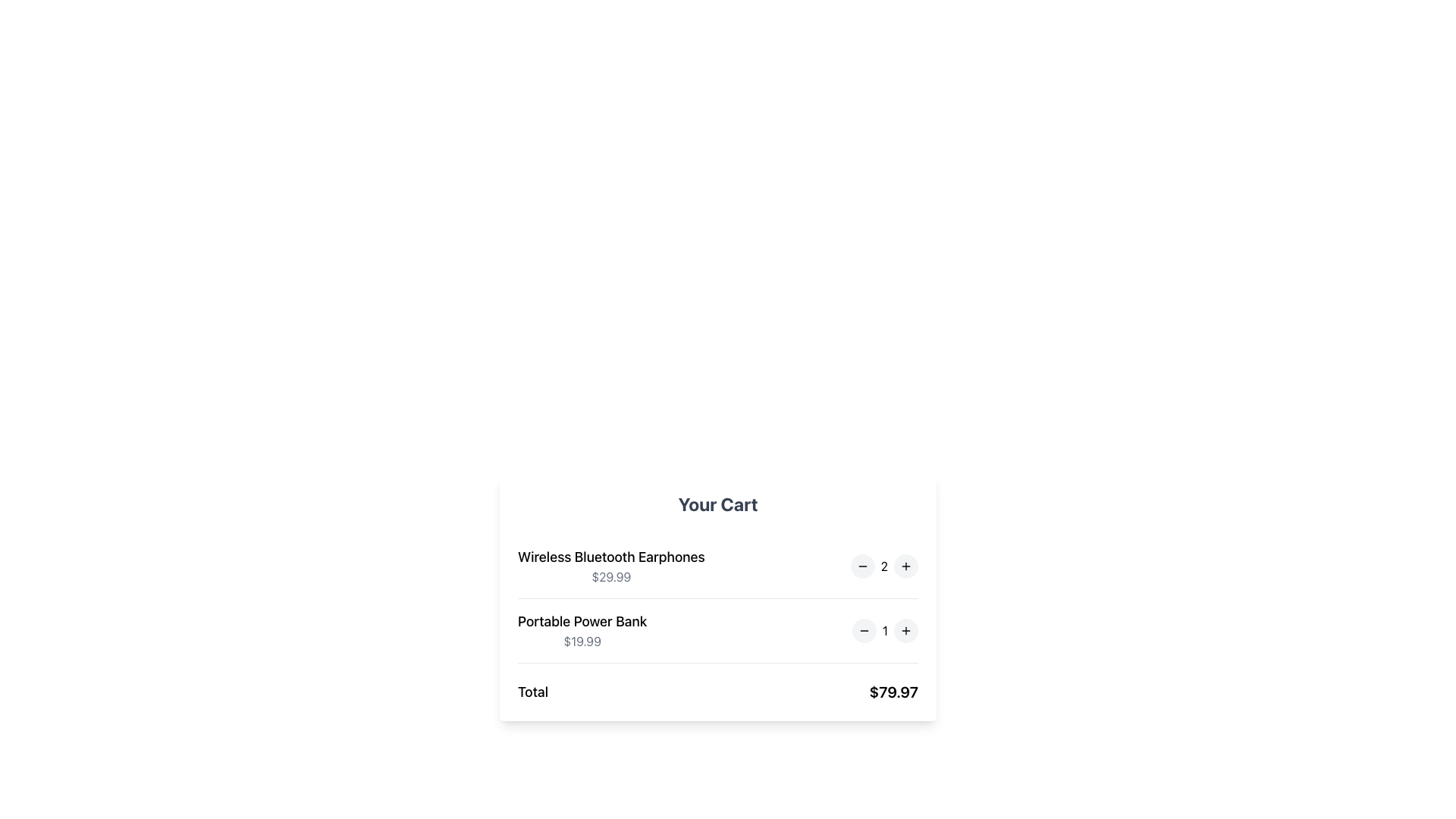  What do you see at coordinates (884, 566) in the screenshot?
I see `the text displaying the number '2', which is positioned between the 'minus' button and the 'plus' button in the 'Wireless Bluetooth Earphones' item row within the cart section` at bounding box center [884, 566].